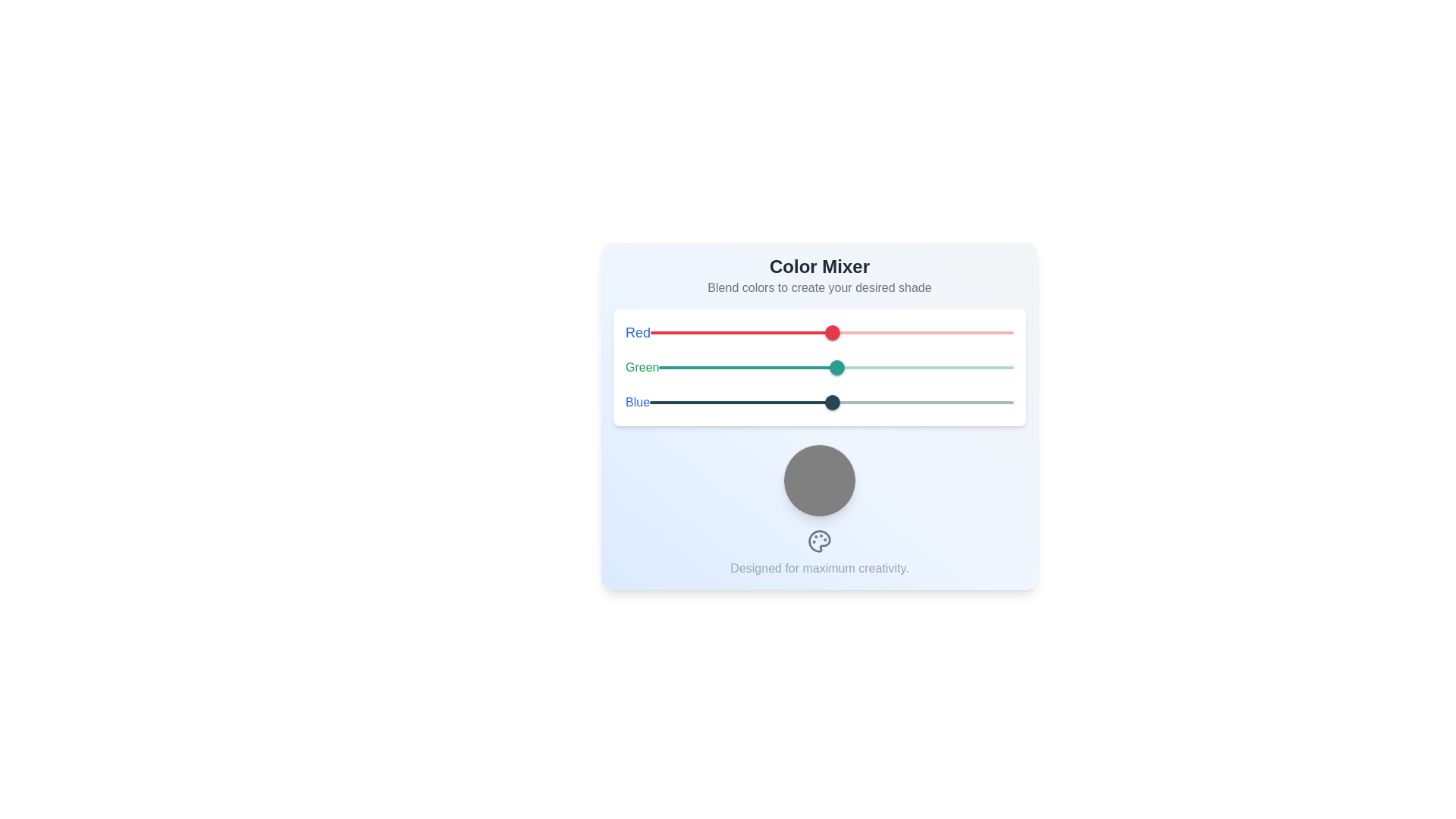  I want to click on the red color intensity, so click(909, 332).